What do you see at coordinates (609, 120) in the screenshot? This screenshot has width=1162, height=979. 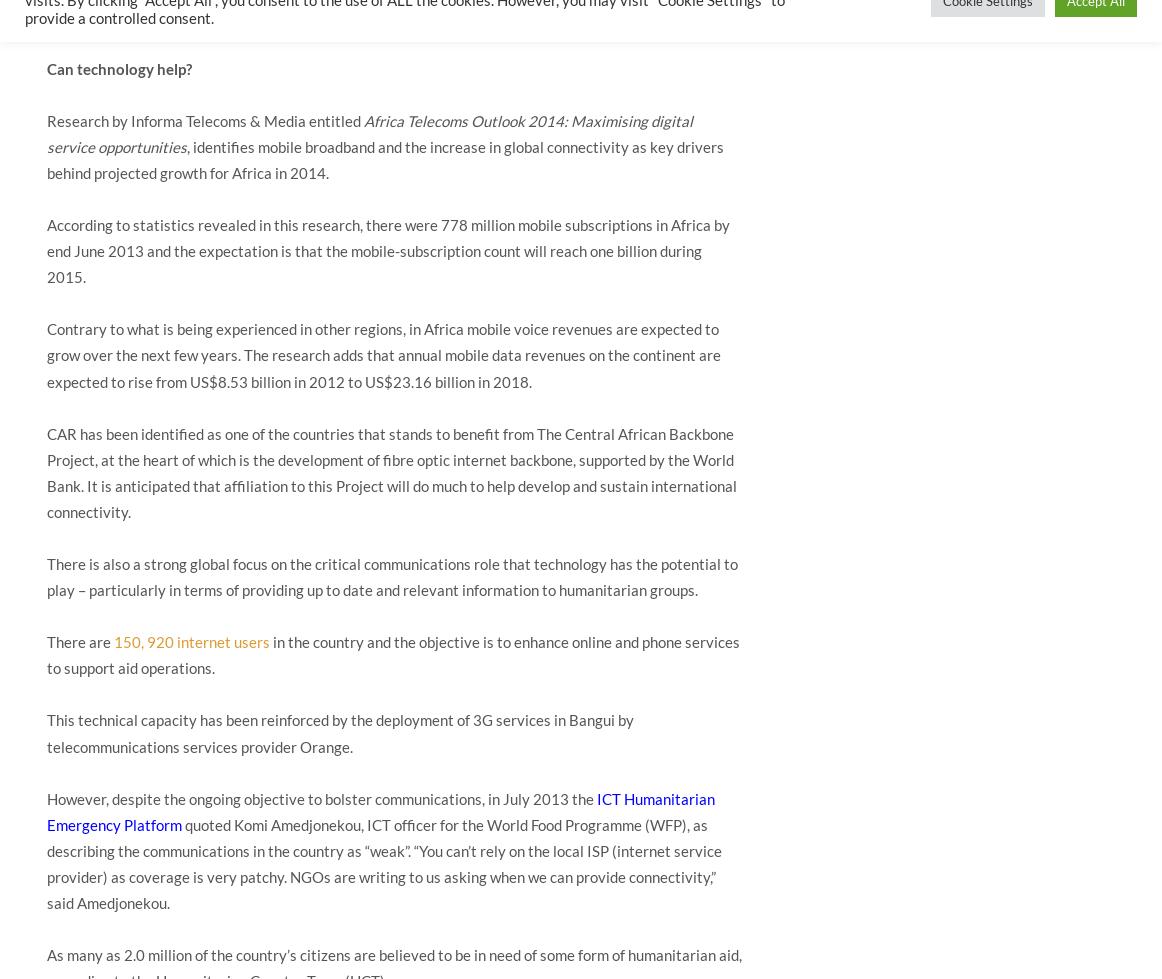 I see `'Maximising'` at bounding box center [609, 120].